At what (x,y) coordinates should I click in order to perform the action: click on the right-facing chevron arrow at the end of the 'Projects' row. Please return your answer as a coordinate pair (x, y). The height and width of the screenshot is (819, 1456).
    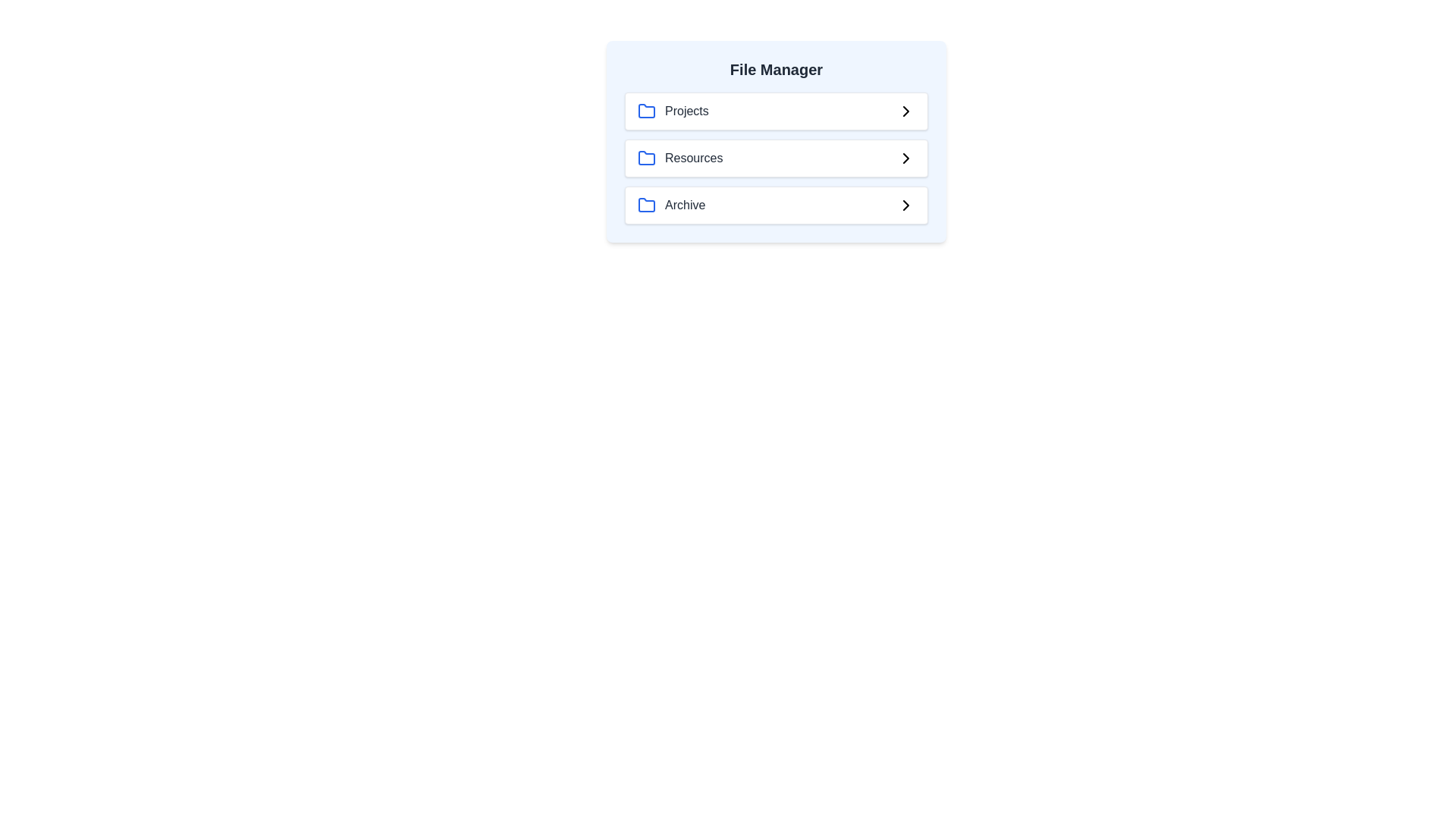
    Looking at the image, I should click on (906, 110).